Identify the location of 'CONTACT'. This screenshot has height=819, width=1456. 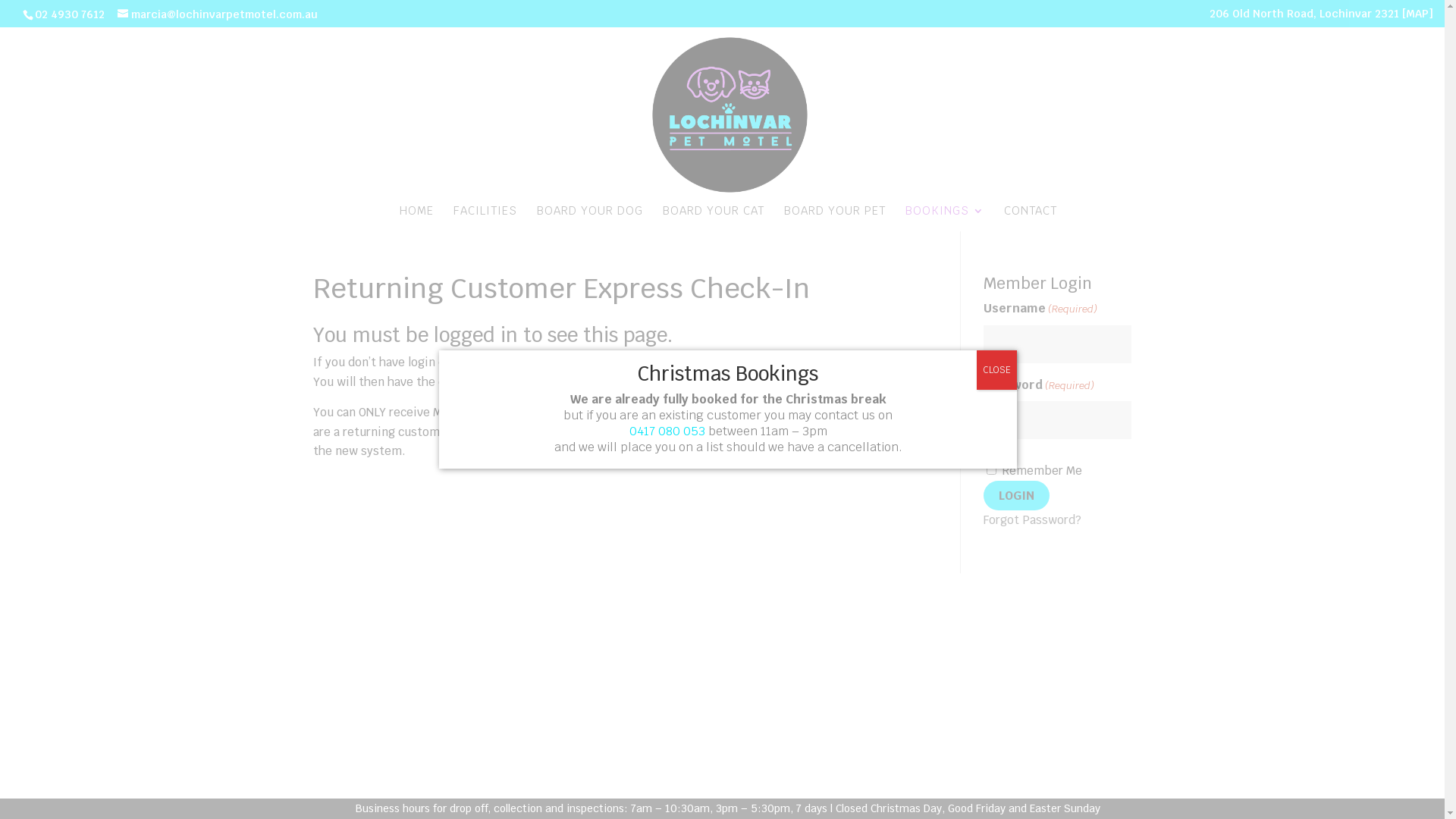
(1030, 218).